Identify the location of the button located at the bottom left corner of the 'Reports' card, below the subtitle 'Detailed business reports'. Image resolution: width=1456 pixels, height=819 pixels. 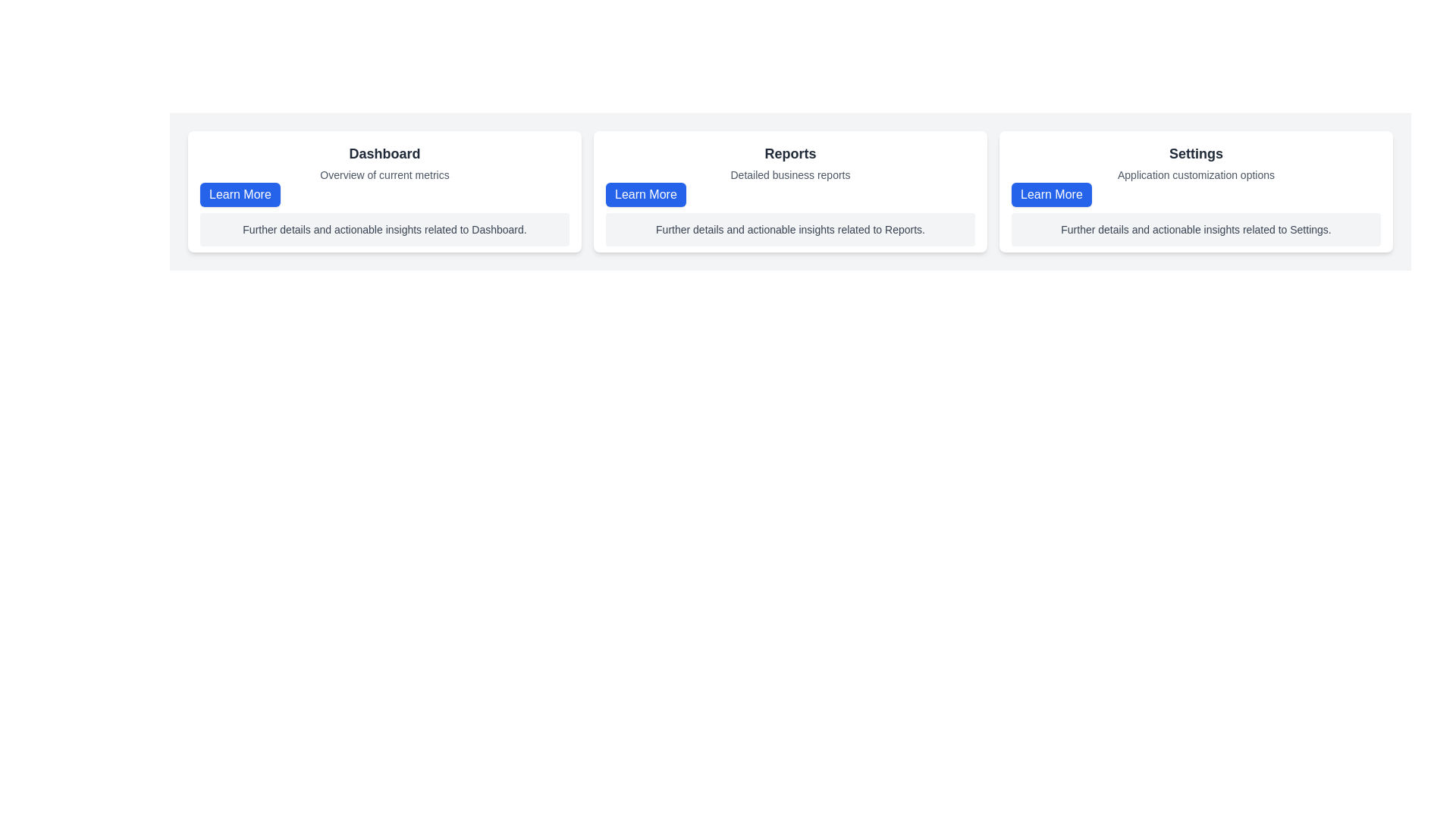
(645, 194).